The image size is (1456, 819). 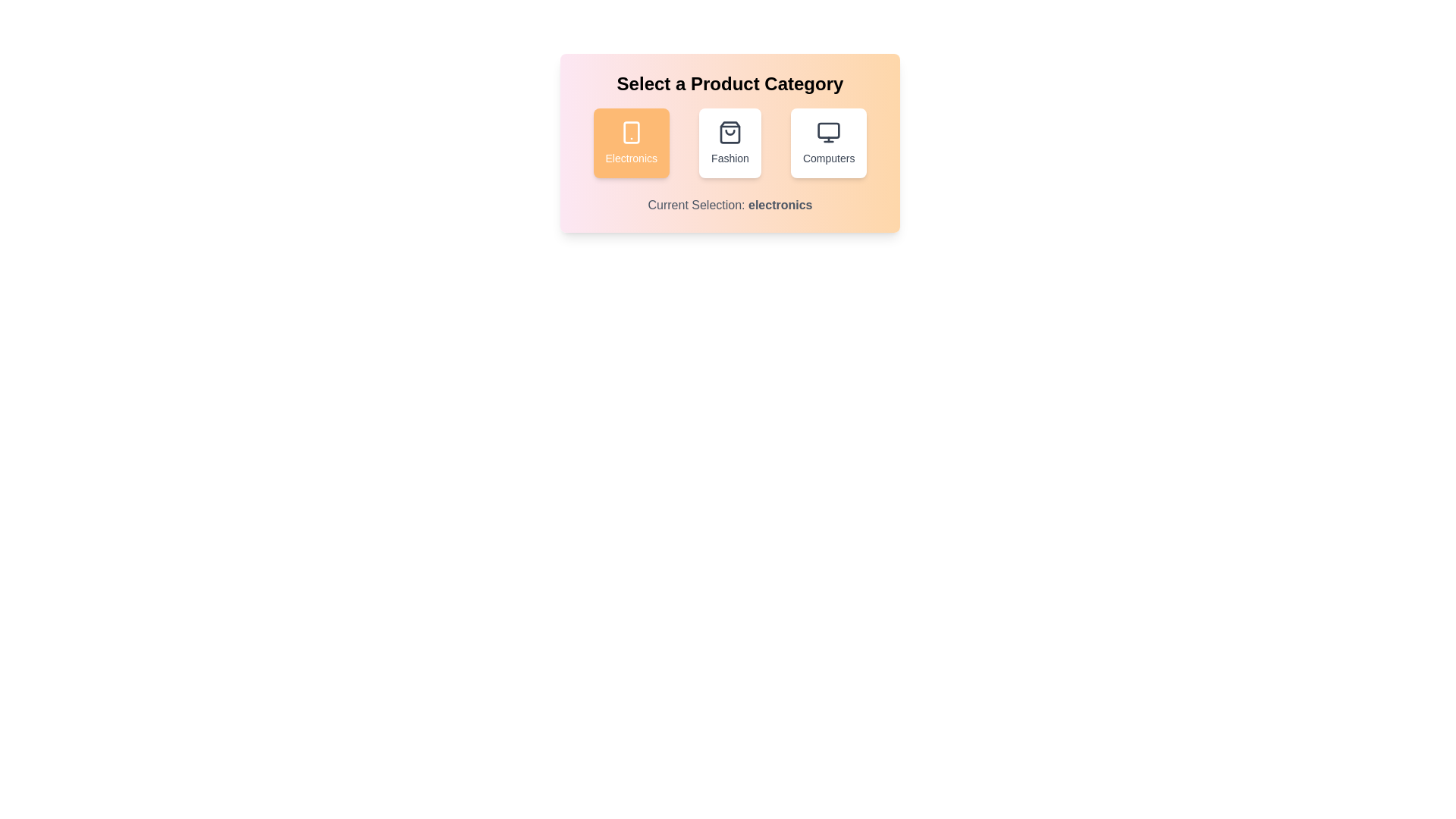 What do you see at coordinates (828, 143) in the screenshot?
I see `the 'Computers' button to select the Computers category` at bounding box center [828, 143].